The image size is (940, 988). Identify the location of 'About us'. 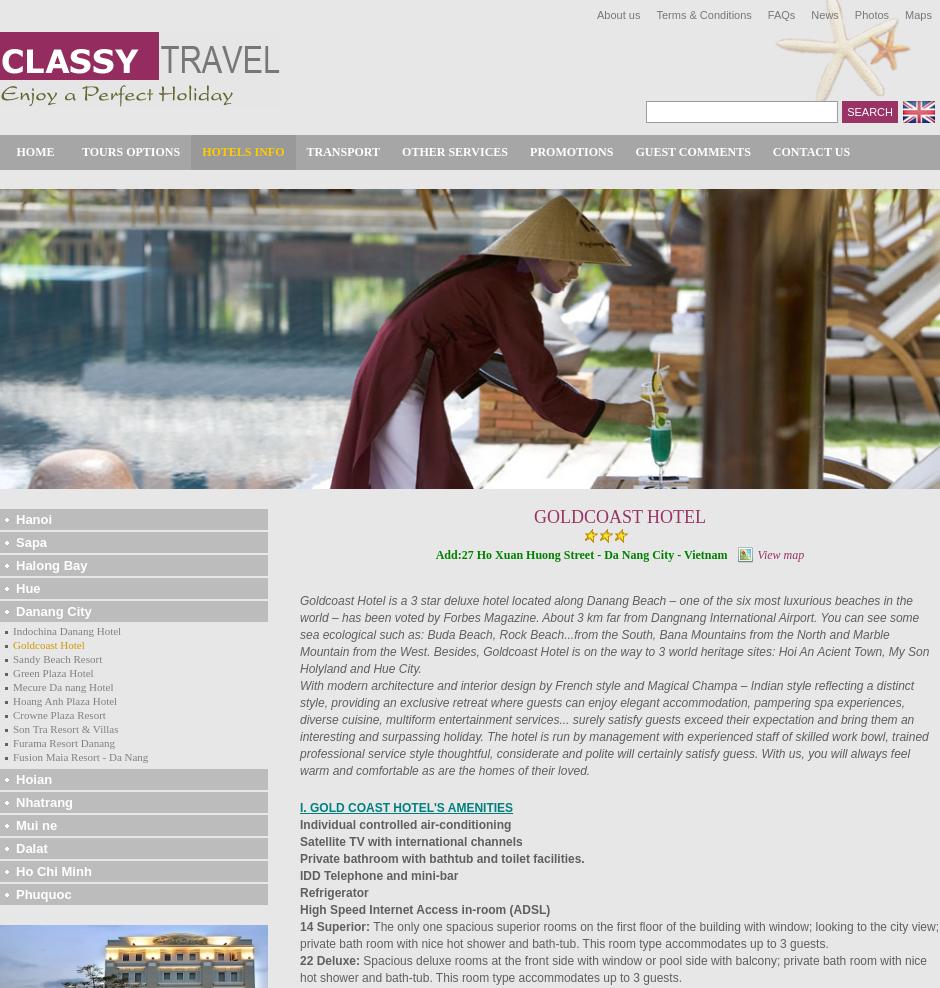
(617, 14).